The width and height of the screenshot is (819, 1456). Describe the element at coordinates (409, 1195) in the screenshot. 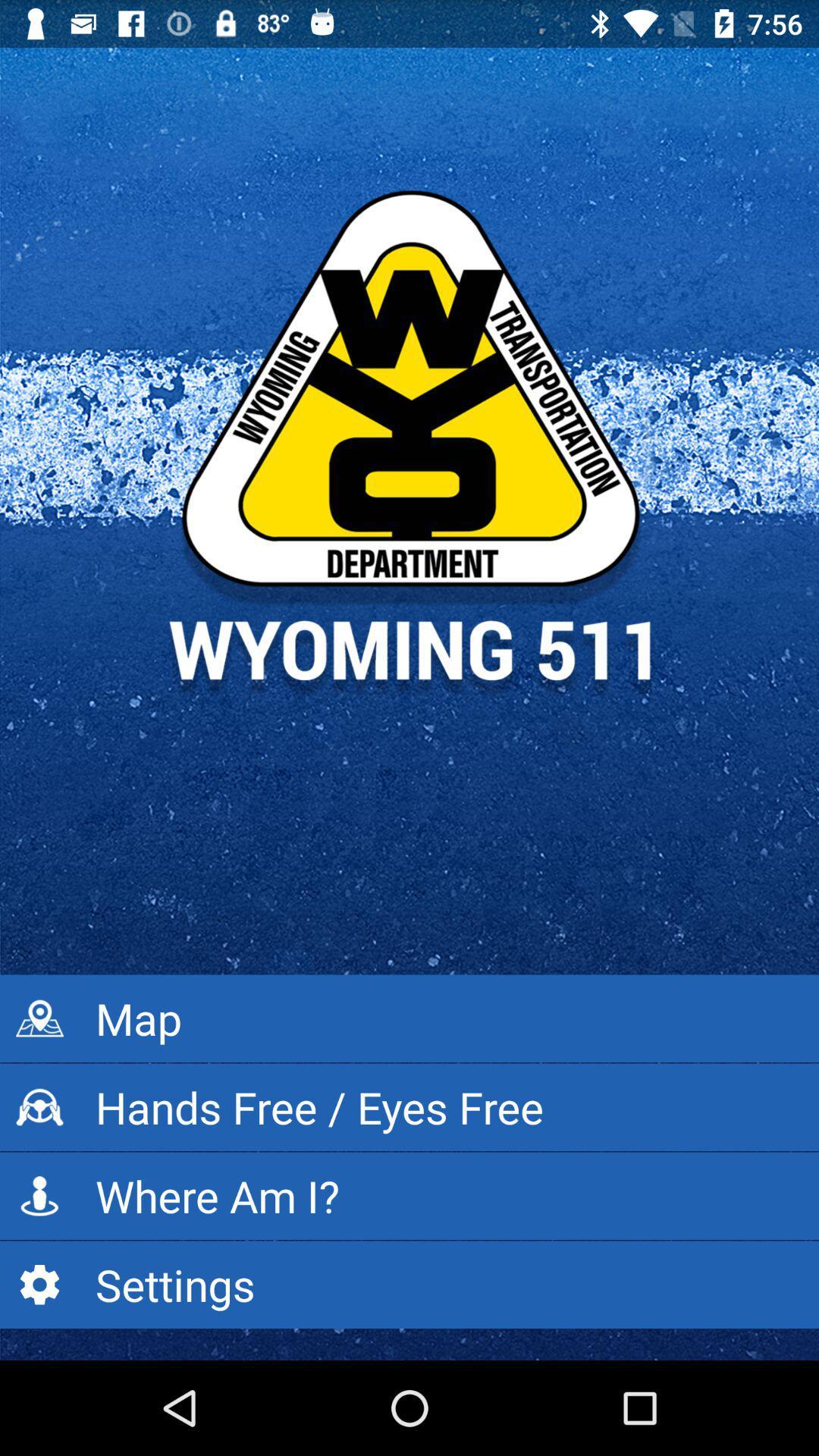

I see `icon below hands free eyes icon` at that location.